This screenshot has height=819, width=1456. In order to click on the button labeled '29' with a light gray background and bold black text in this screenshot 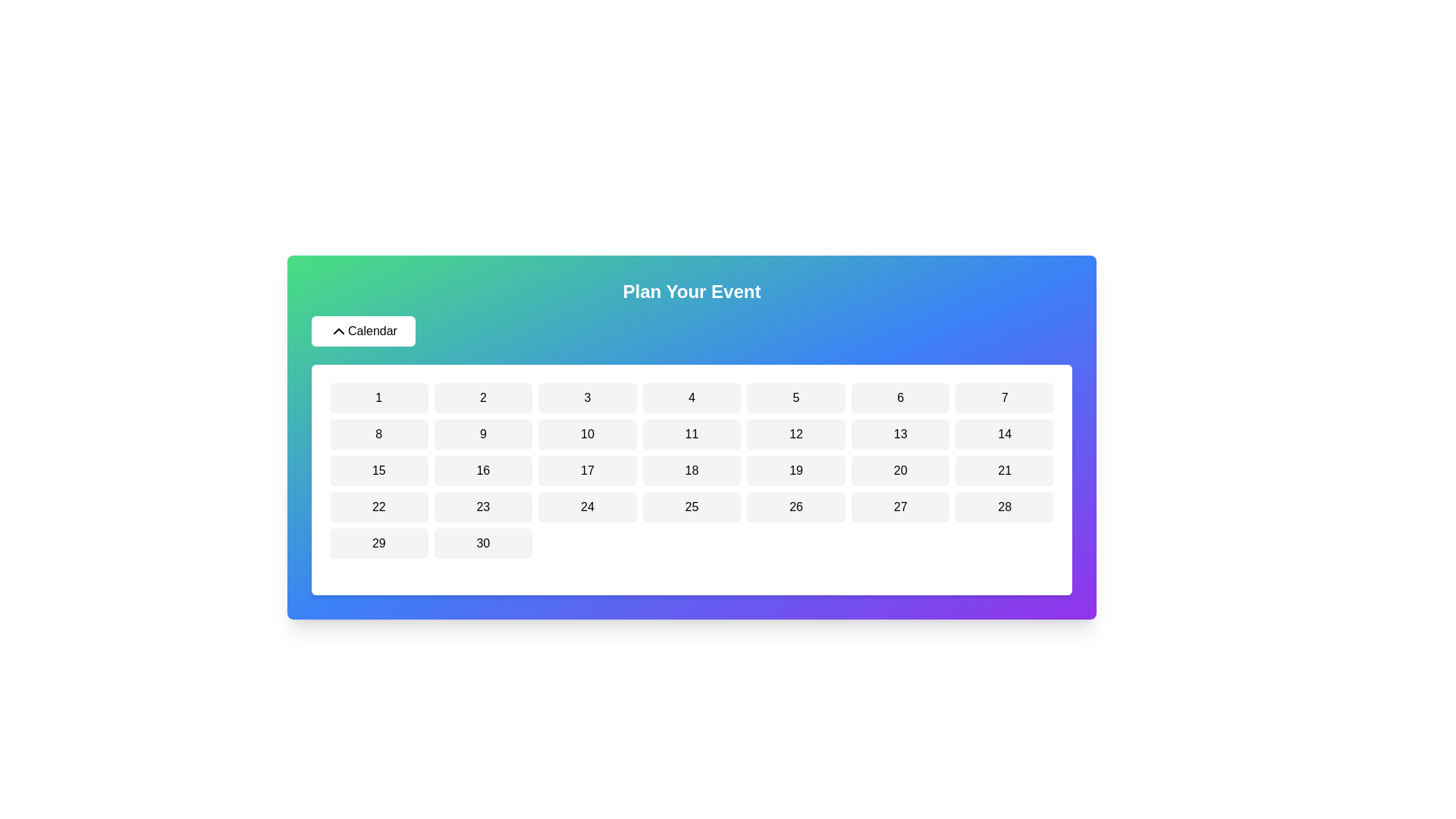, I will do `click(378, 543)`.